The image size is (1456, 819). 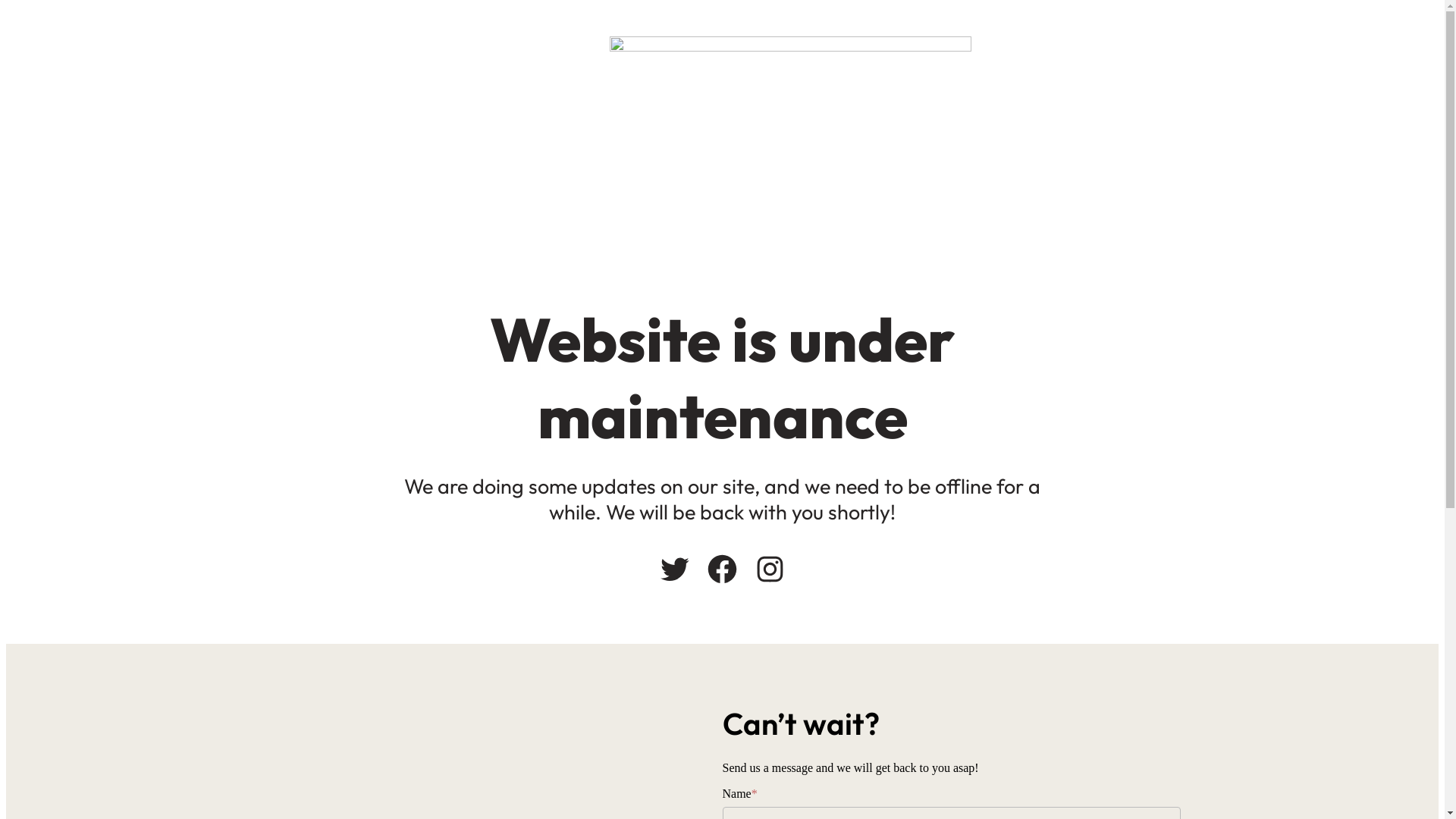 I want to click on 'Facebook', so click(x=721, y=569).